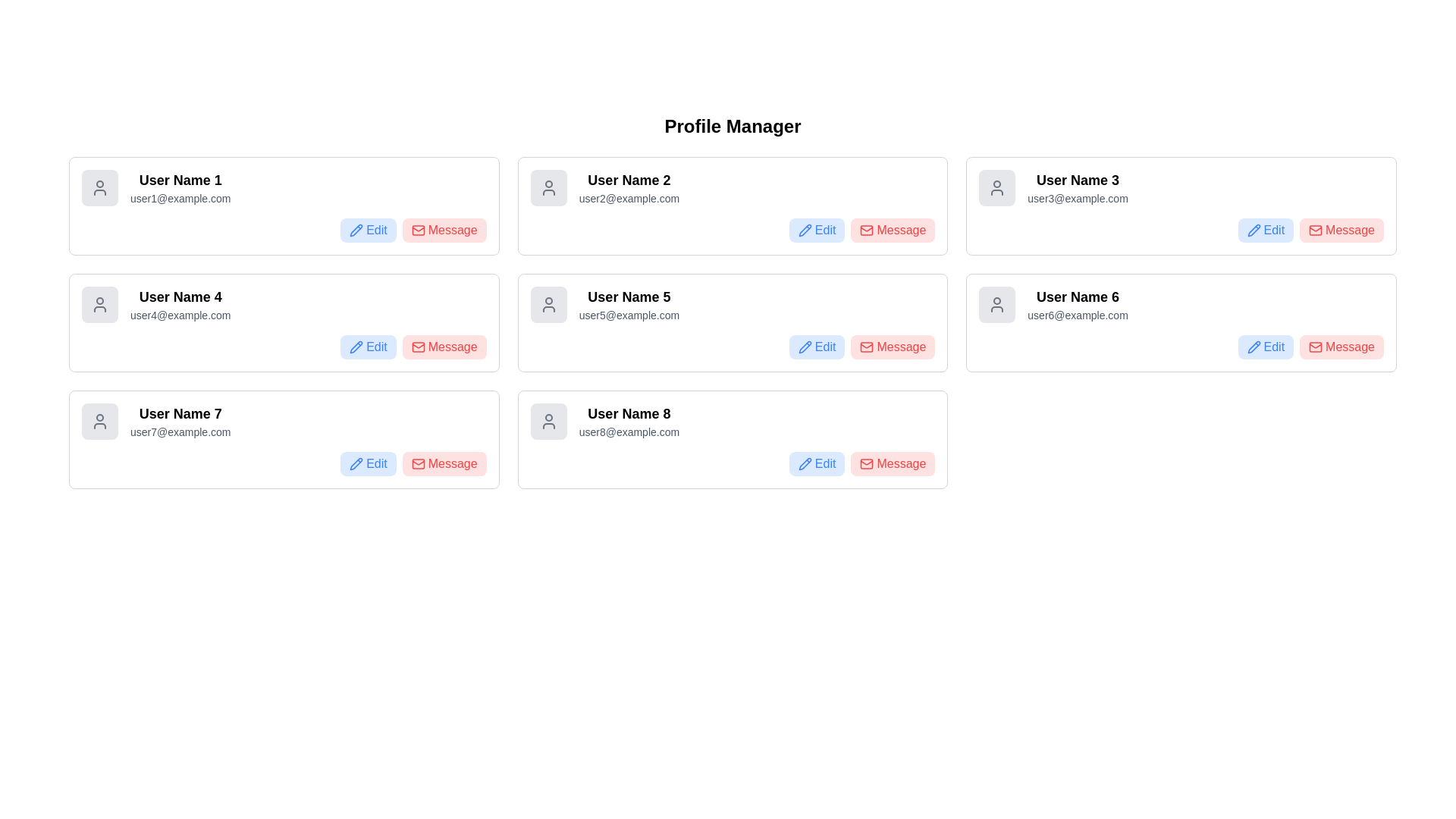 This screenshot has width=1456, height=819. I want to click on the user profile icon located in the top-left corner of the card containing 'User Name 2' and 'user2@example.com', so click(548, 187).